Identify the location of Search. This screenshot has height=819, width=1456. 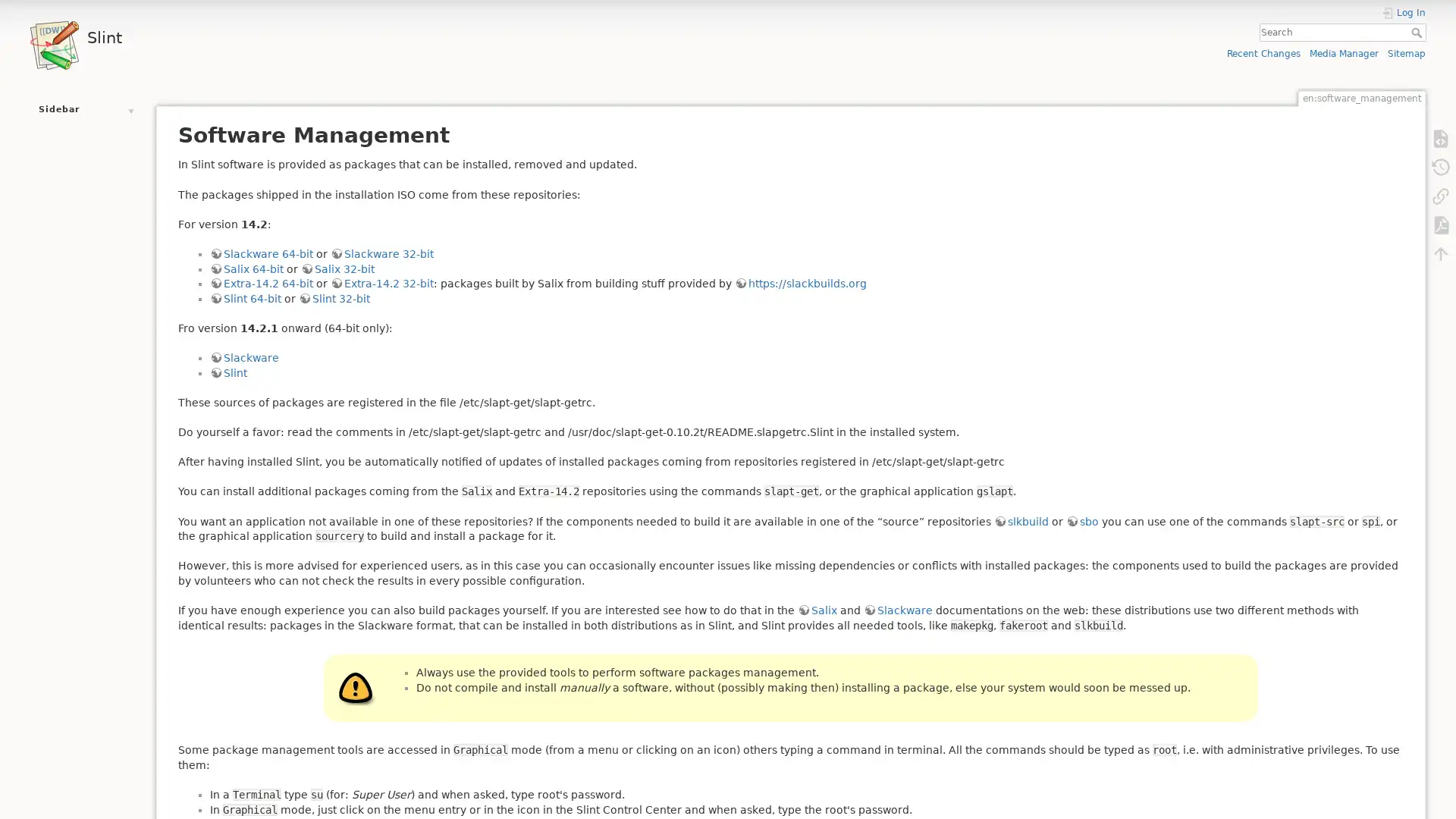
(1417, 32).